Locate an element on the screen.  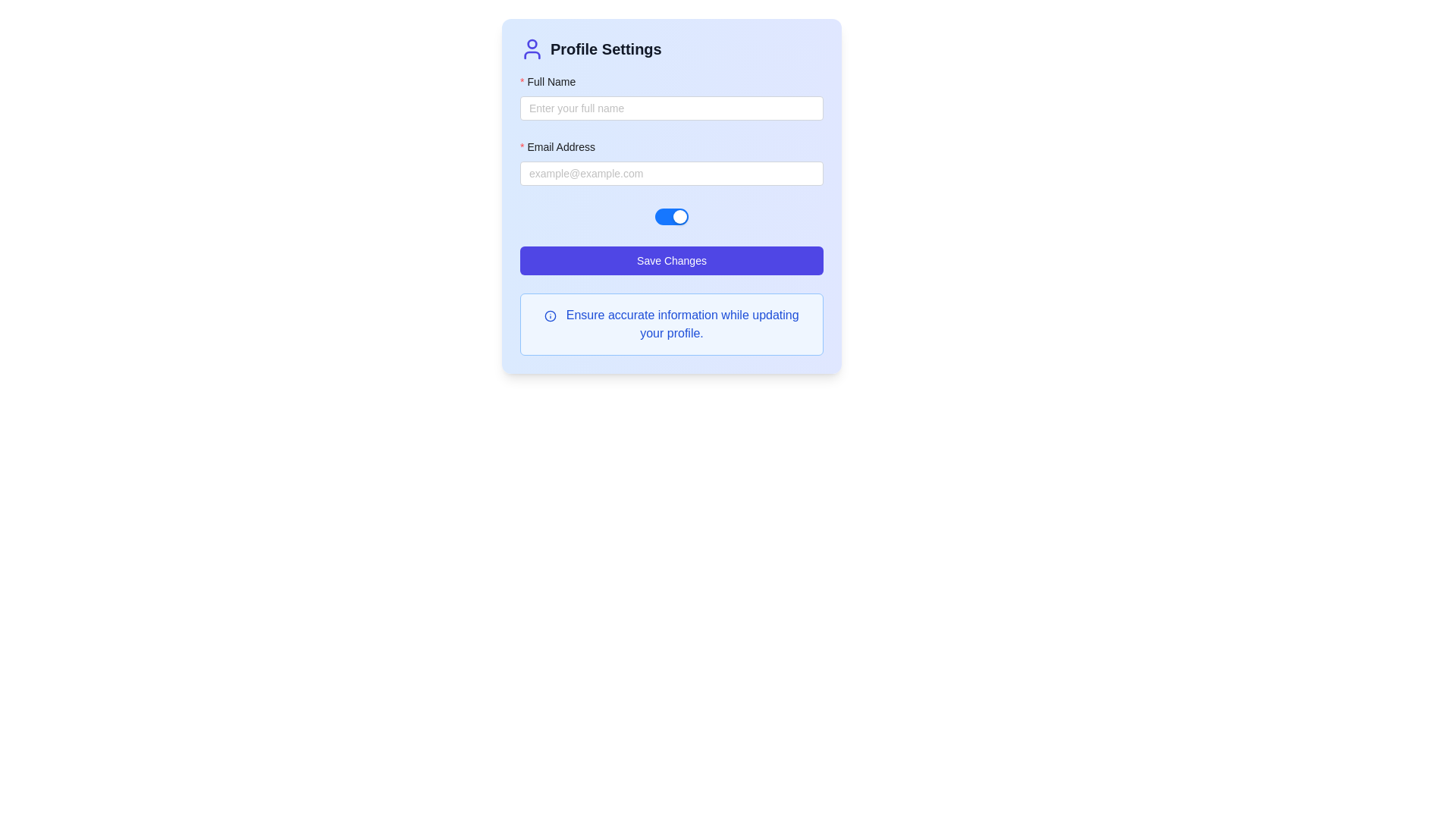
the toggle switch with a blue background and a white circular handle is located at coordinates (671, 216).